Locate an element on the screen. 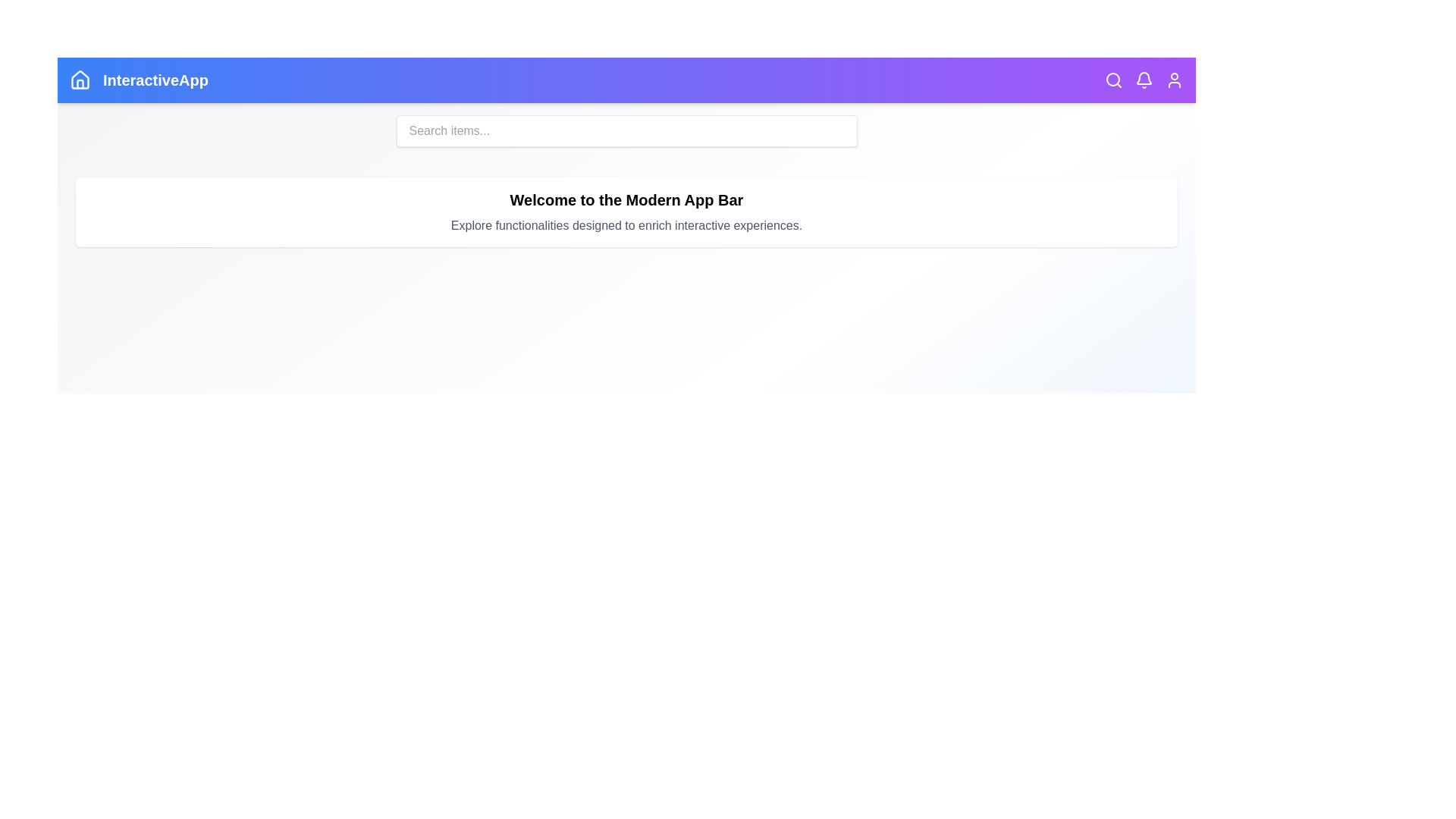 Image resolution: width=1456 pixels, height=819 pixels. the 'User' icon to access user-related options is located at coordinates (1174, 80).